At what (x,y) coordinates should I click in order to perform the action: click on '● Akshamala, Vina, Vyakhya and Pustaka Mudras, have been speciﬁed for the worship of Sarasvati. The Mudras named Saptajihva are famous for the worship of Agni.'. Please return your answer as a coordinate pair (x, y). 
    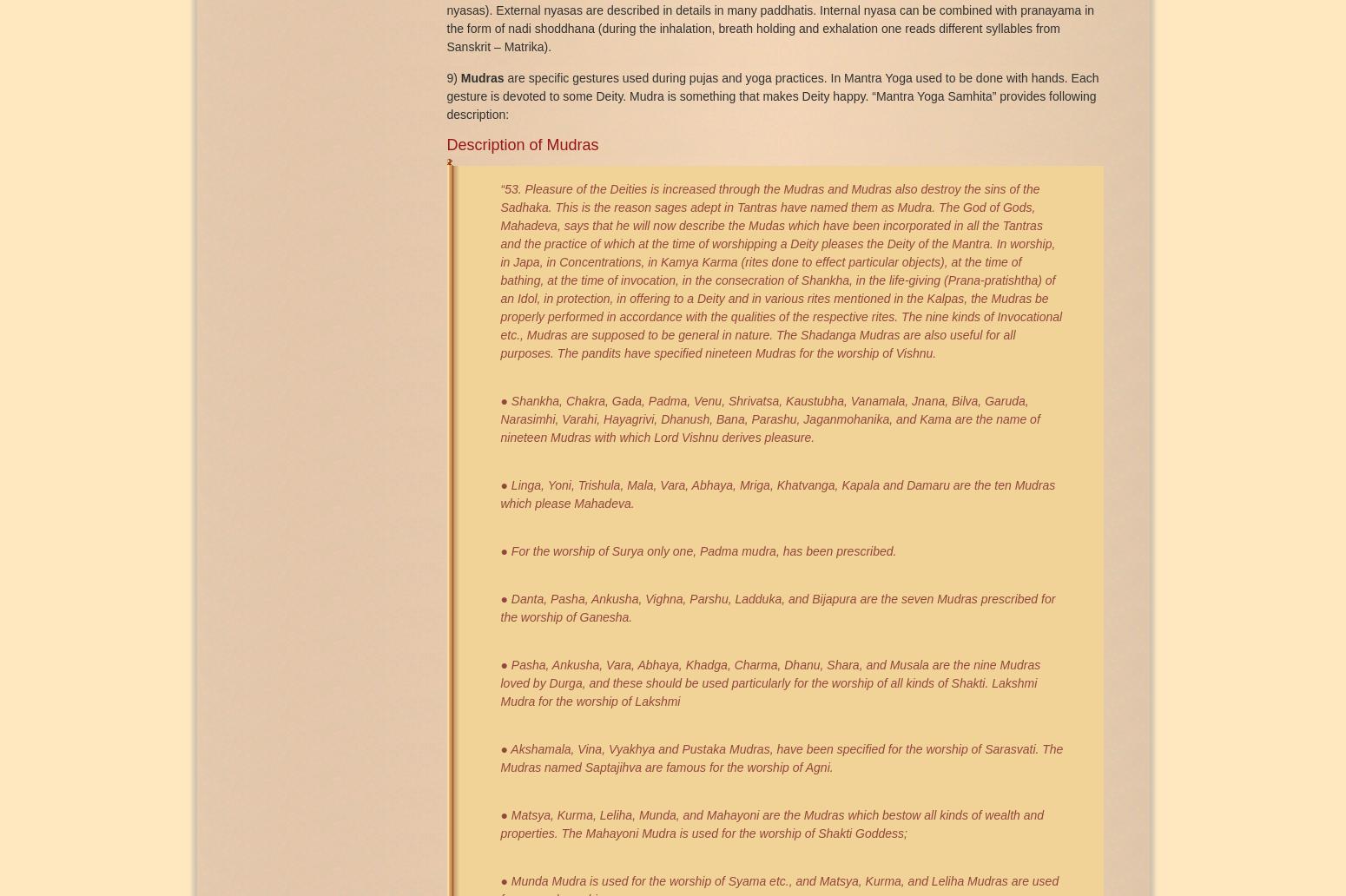
    Looking at the image, I should click on (499, 757).